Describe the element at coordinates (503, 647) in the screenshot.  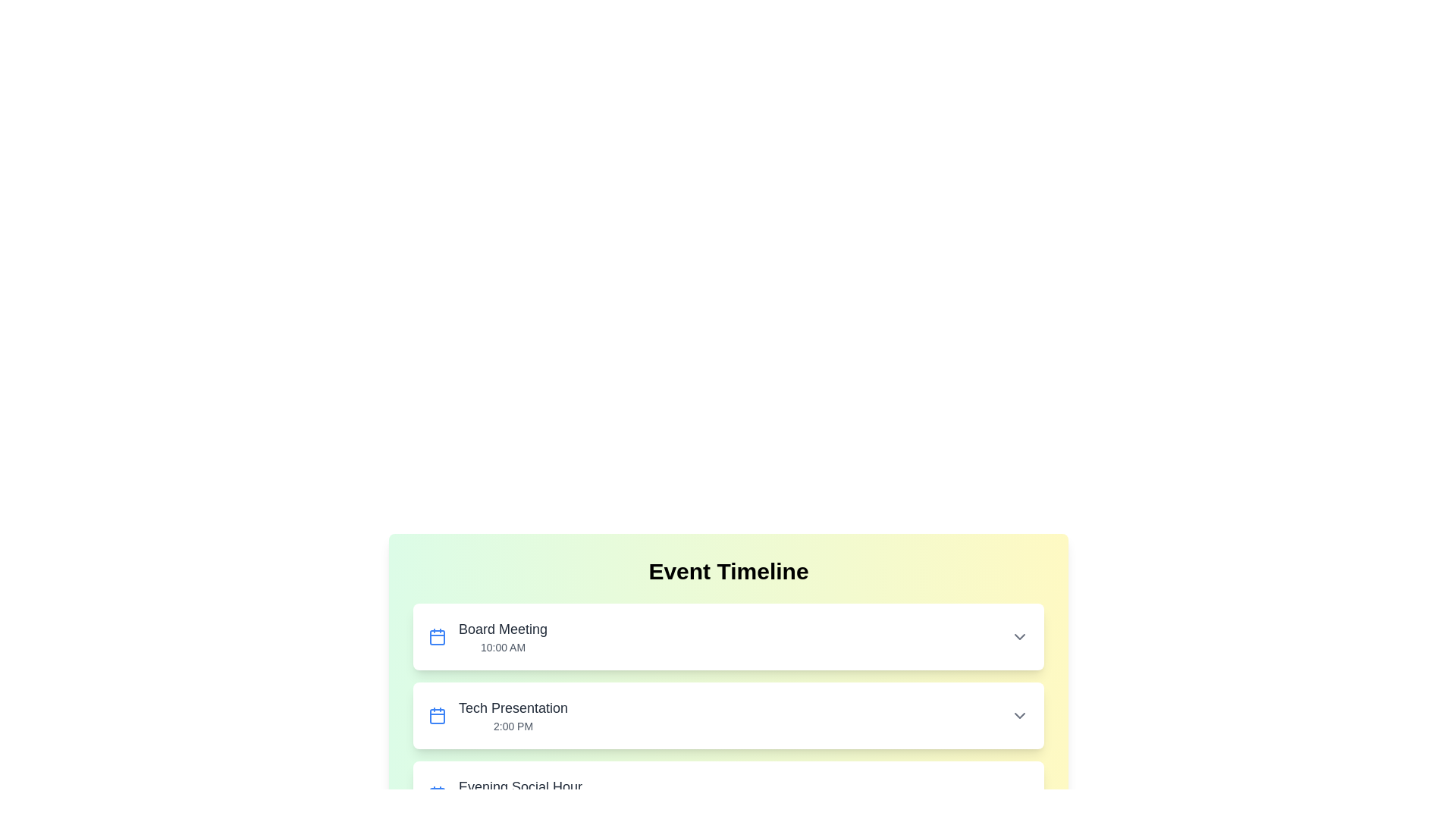
I see `the non-interactive Text Label that displays the timing information for the 'Board Meeting' event, which is located beneath the 'Board Meeting' title in the Event Timeline section` at that location.